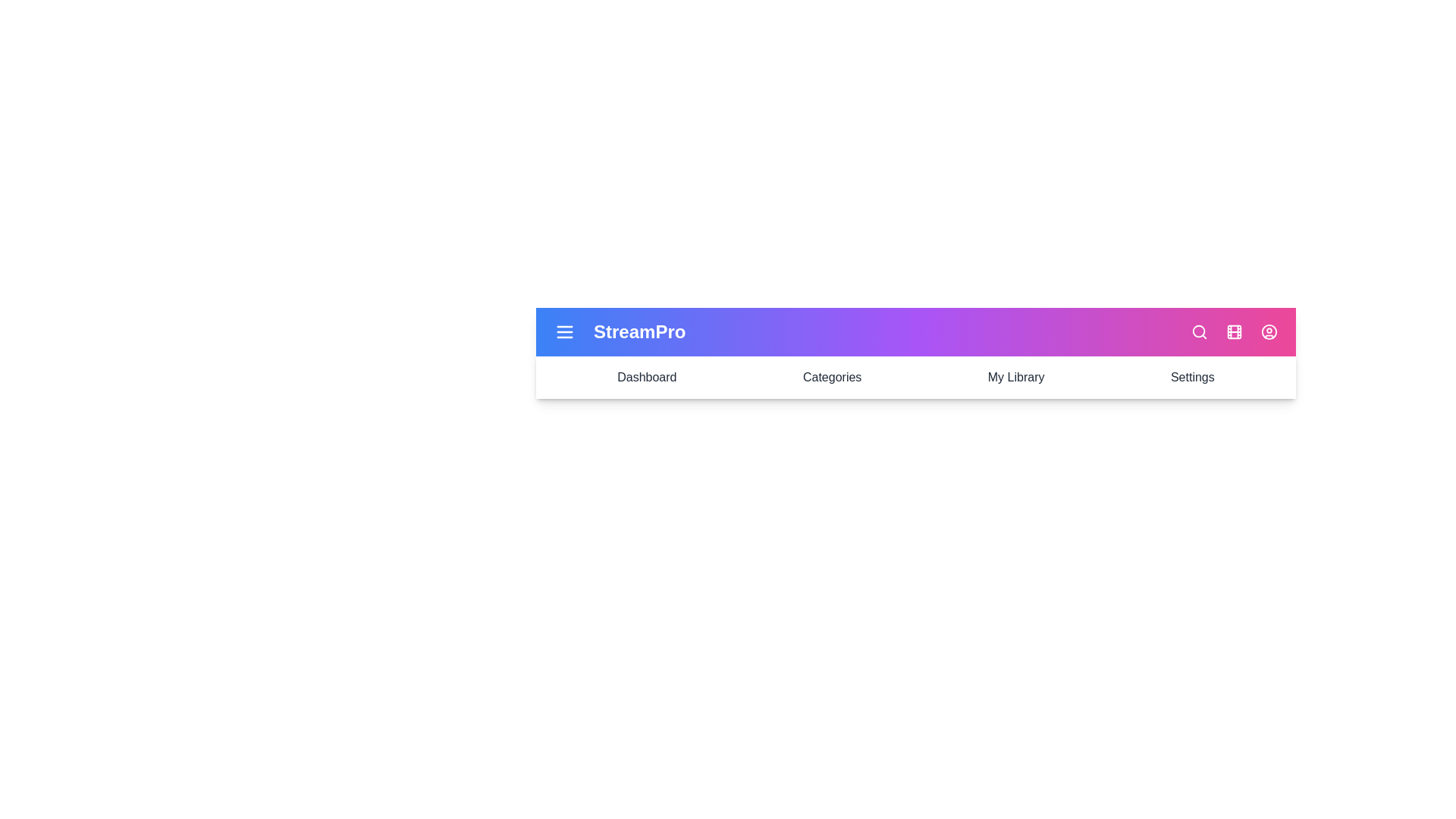 This screenshot has width=1456, height=819. I want to click on the My Library navigation section, so click(1015, 376).